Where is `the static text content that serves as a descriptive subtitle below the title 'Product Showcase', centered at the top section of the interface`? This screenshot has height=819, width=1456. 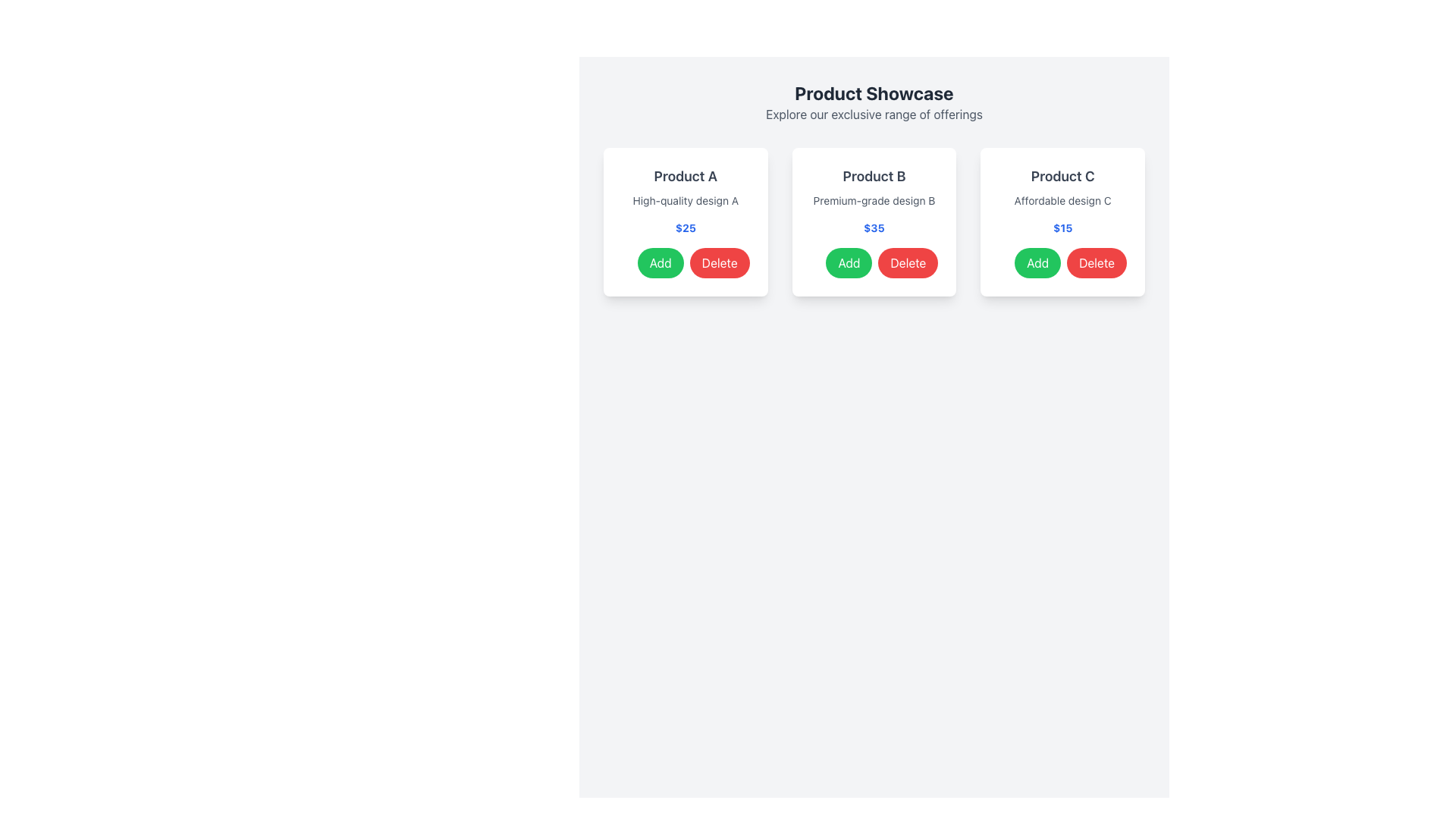
the static text content that serves as a descriptive subtitle below the title 'Product Showcase', centered at the top section of the interface is located at coordinates (874, 113).